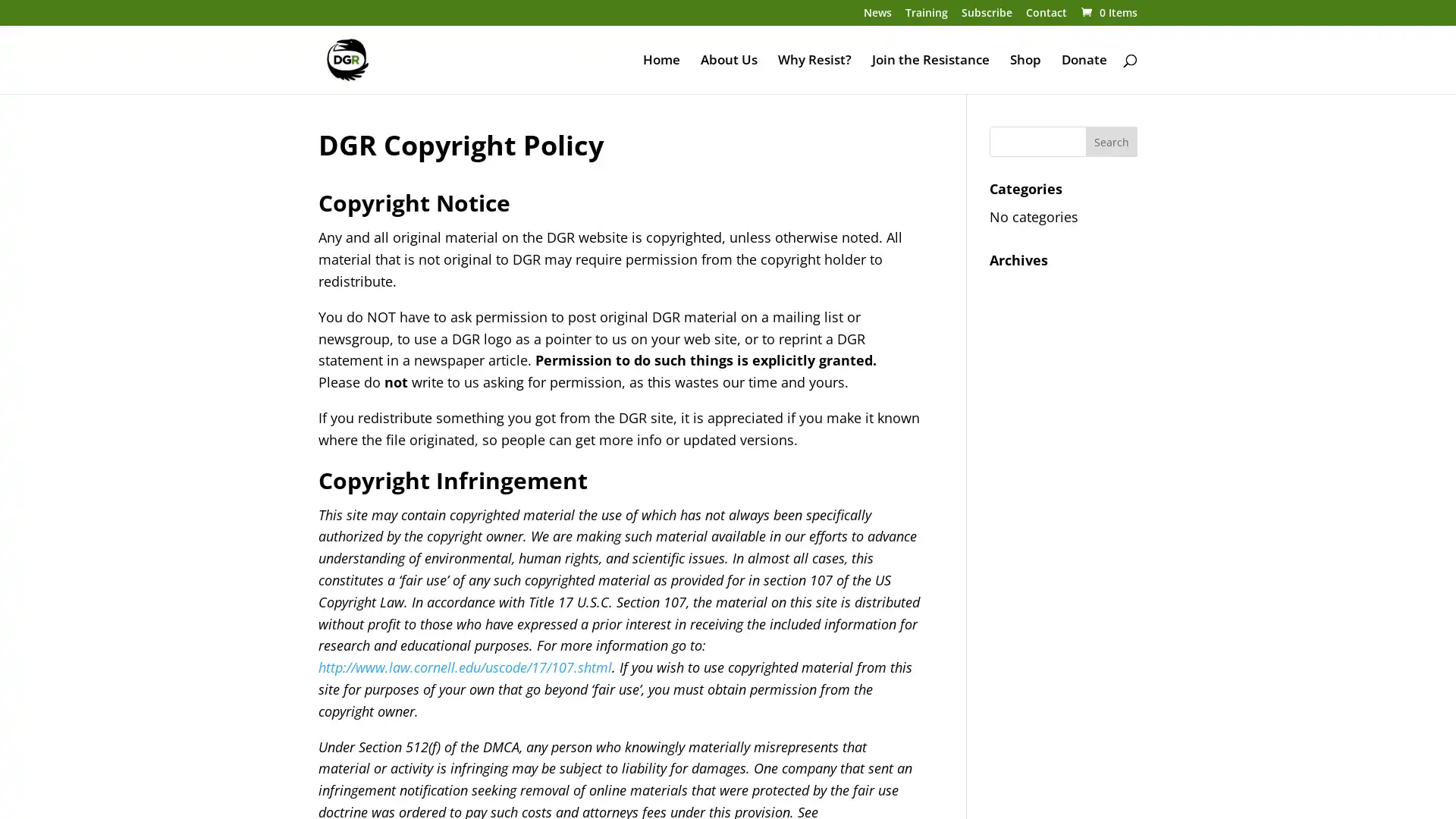 The width and height of the screenshot is (1456, 819). What do you see at coordinates (1111, 141) in the screenshot?
I see `Search` at bounding box center [1111, 141].